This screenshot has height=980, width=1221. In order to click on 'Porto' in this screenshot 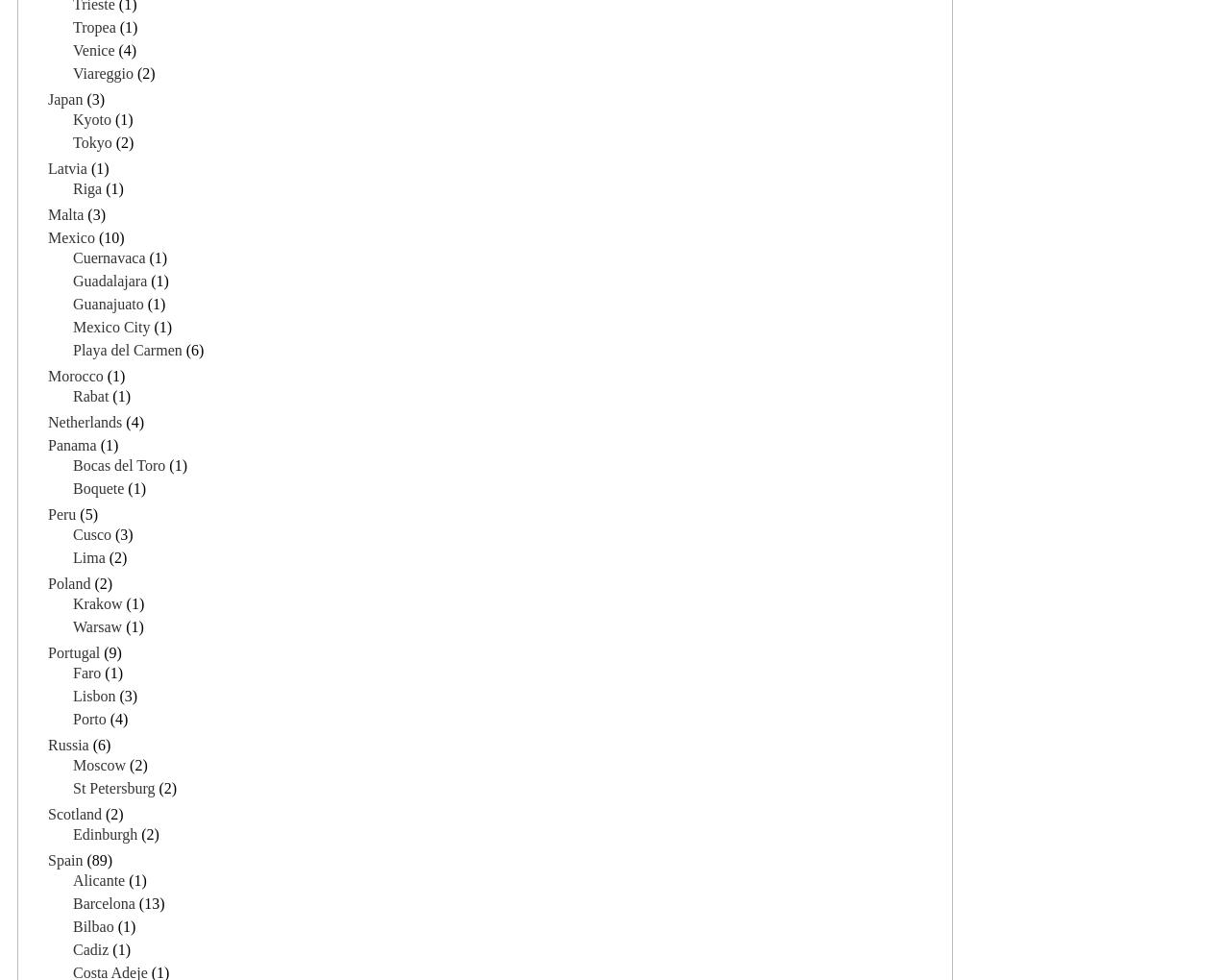, I will do `click(73, 718)`.